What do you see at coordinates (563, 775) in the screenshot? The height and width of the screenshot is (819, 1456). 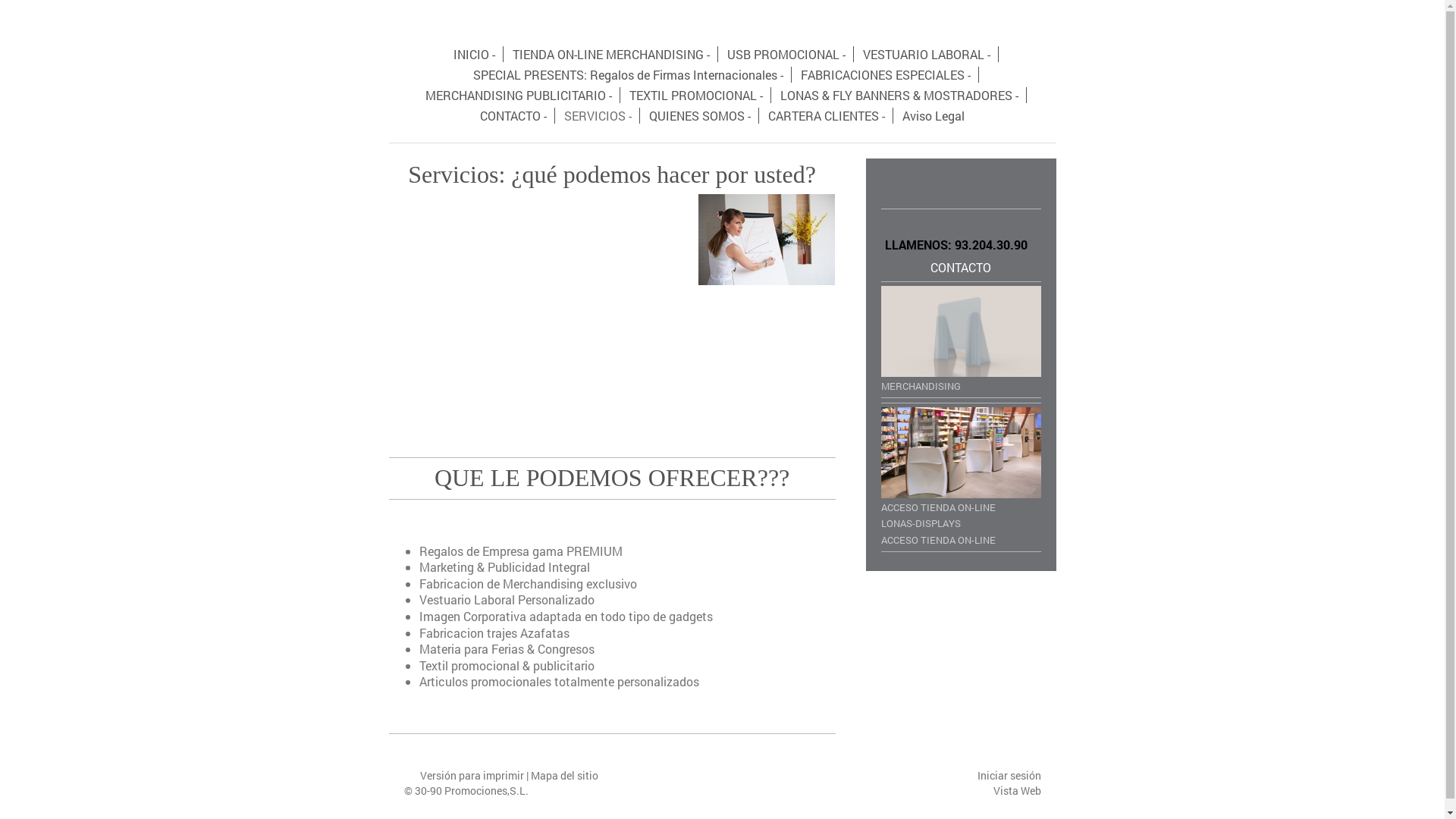 I see `'Mapa del sitio'` at bounding box center [563, 775].